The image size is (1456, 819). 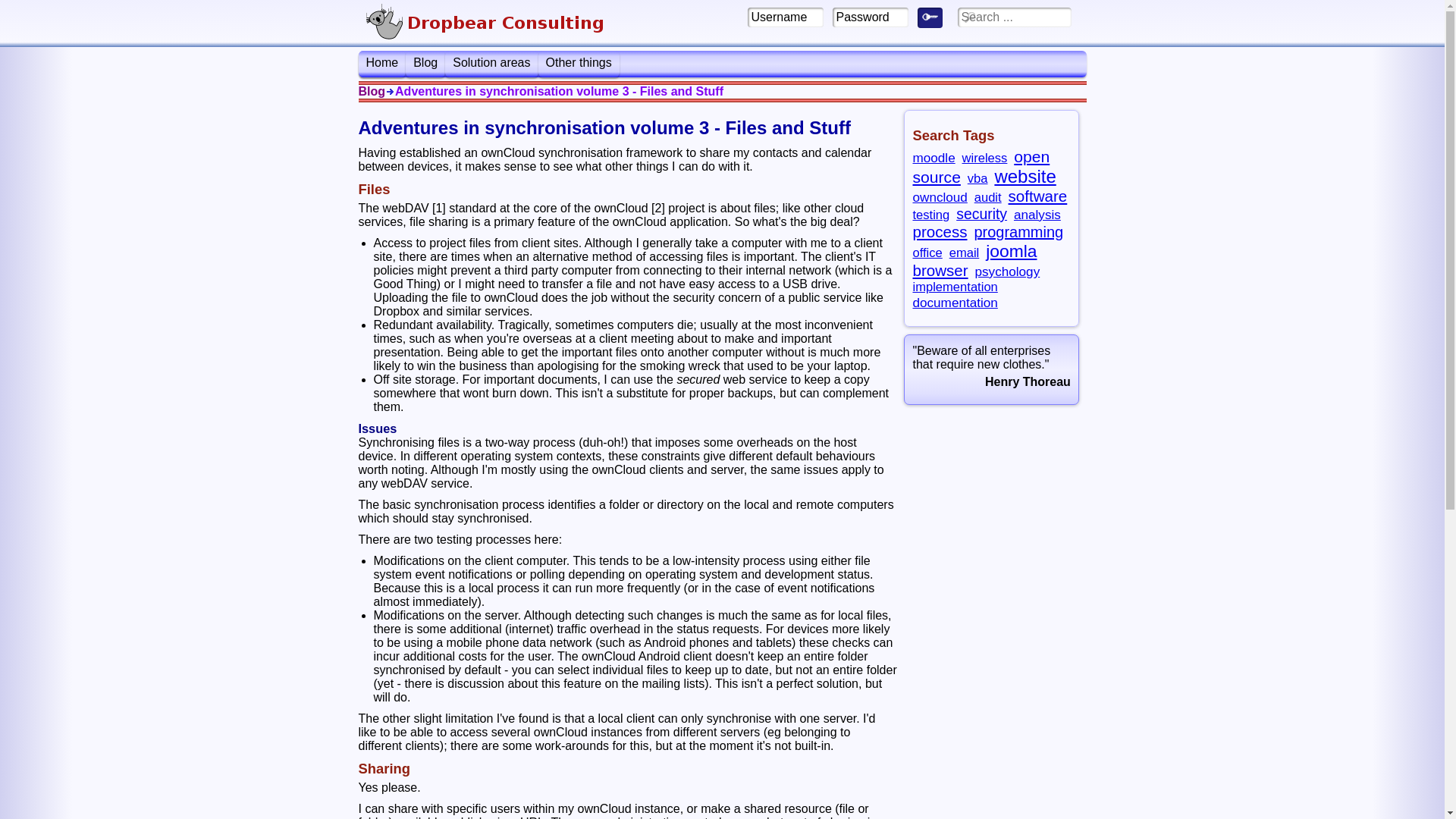 I want to click on 'analysis', so click(x=1037, y=214).